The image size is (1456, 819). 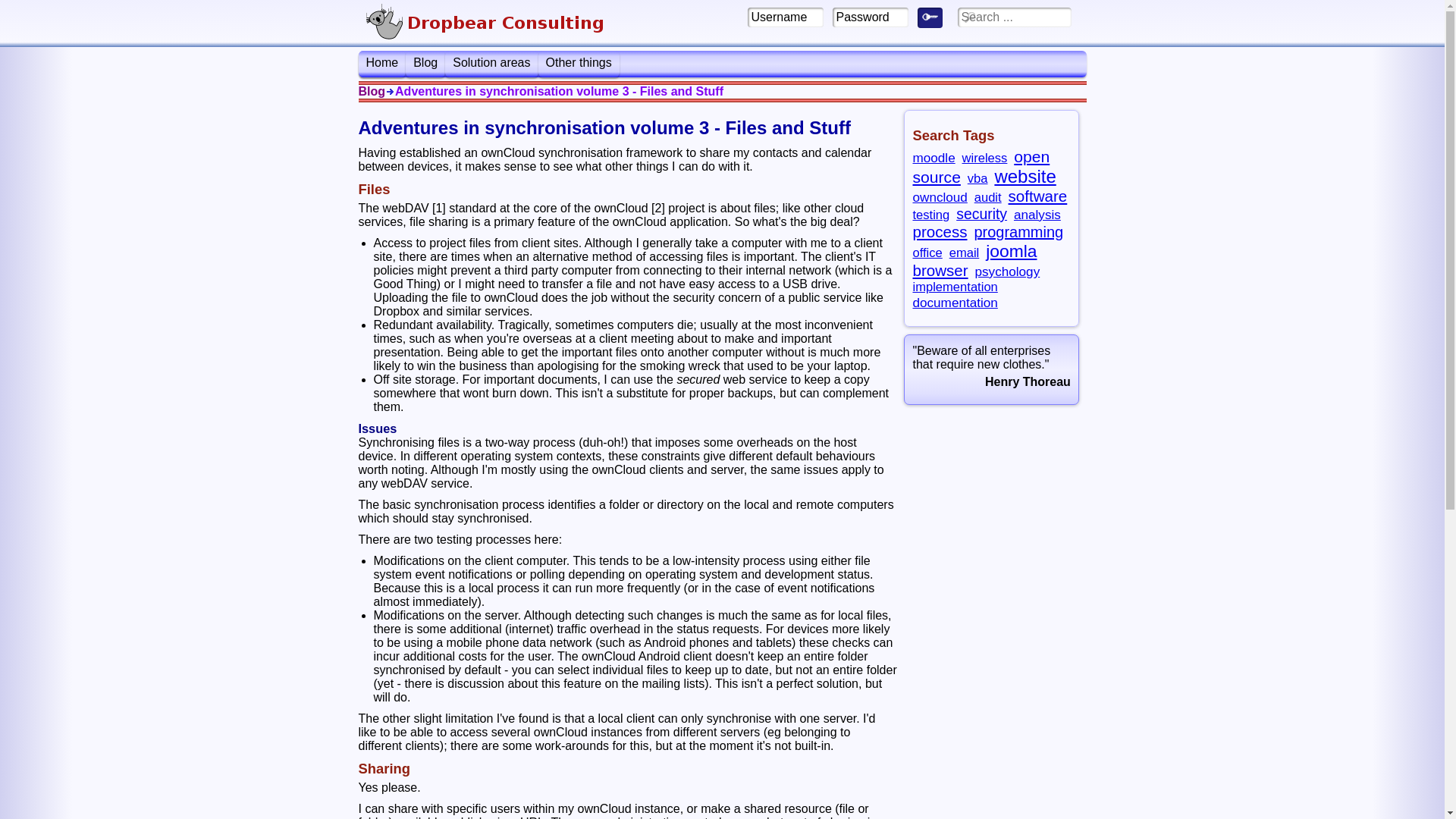 I want to click on 'analysis', so click(x=1037, y=214).